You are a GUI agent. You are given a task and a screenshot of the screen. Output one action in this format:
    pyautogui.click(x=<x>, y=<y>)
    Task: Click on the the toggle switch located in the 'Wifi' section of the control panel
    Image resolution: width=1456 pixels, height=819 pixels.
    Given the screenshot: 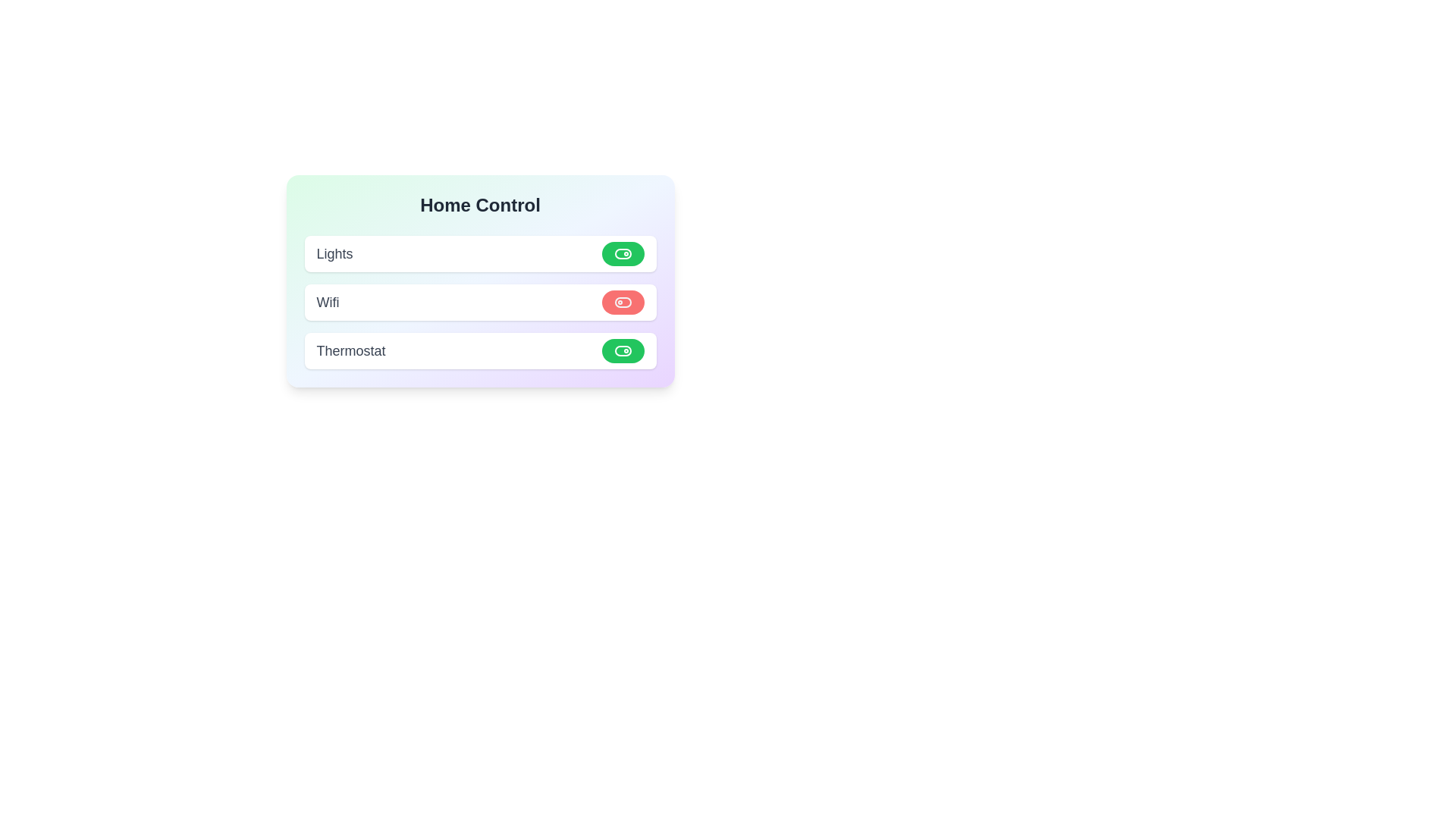 What is the action you would take?
    pyautogui.click(x=623, y=302)
    